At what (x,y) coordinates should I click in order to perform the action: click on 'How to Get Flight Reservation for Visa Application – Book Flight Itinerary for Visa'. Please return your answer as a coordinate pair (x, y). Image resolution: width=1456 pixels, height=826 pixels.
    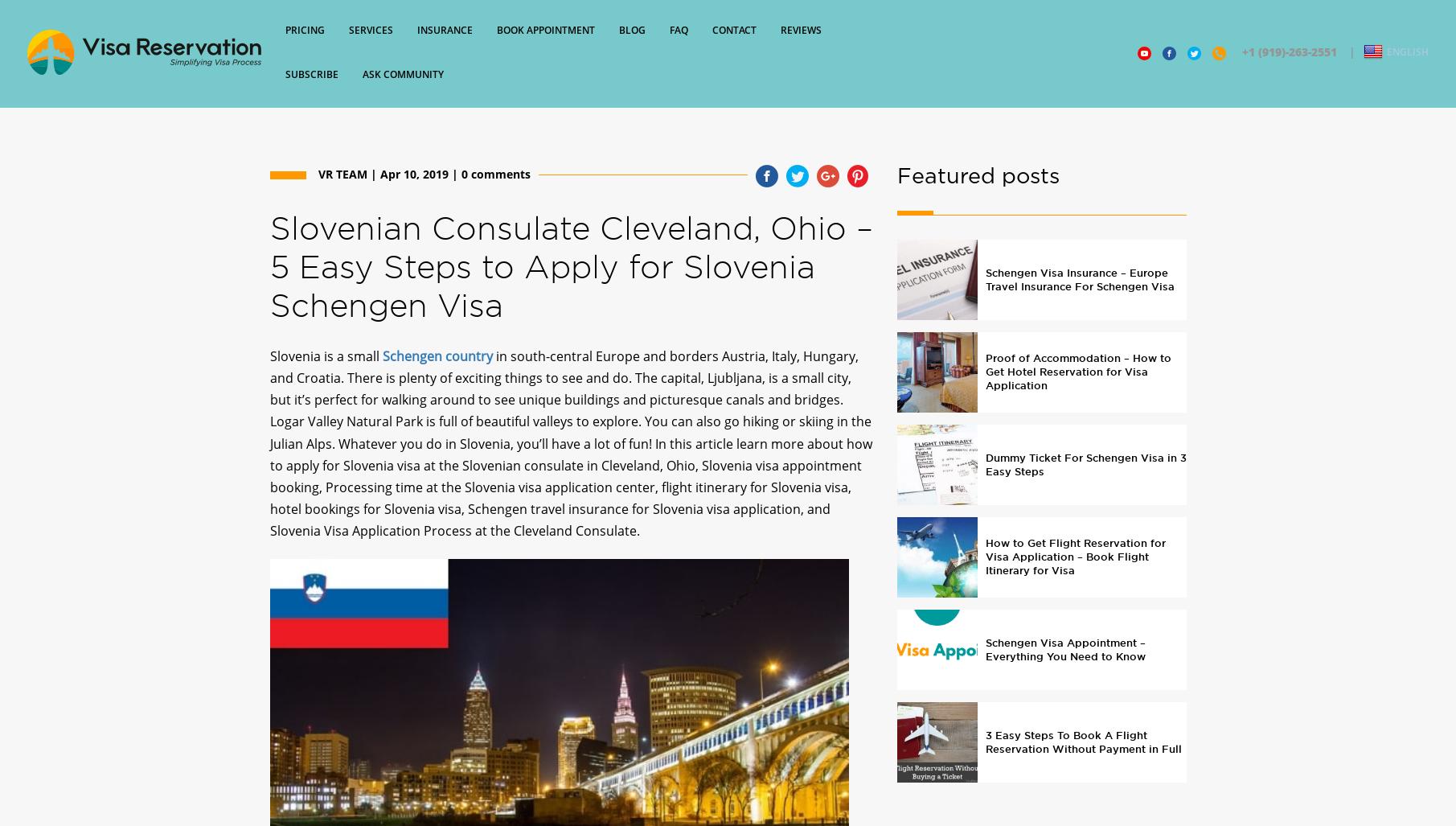
    Looking at the image, I should click on (1074, 570).